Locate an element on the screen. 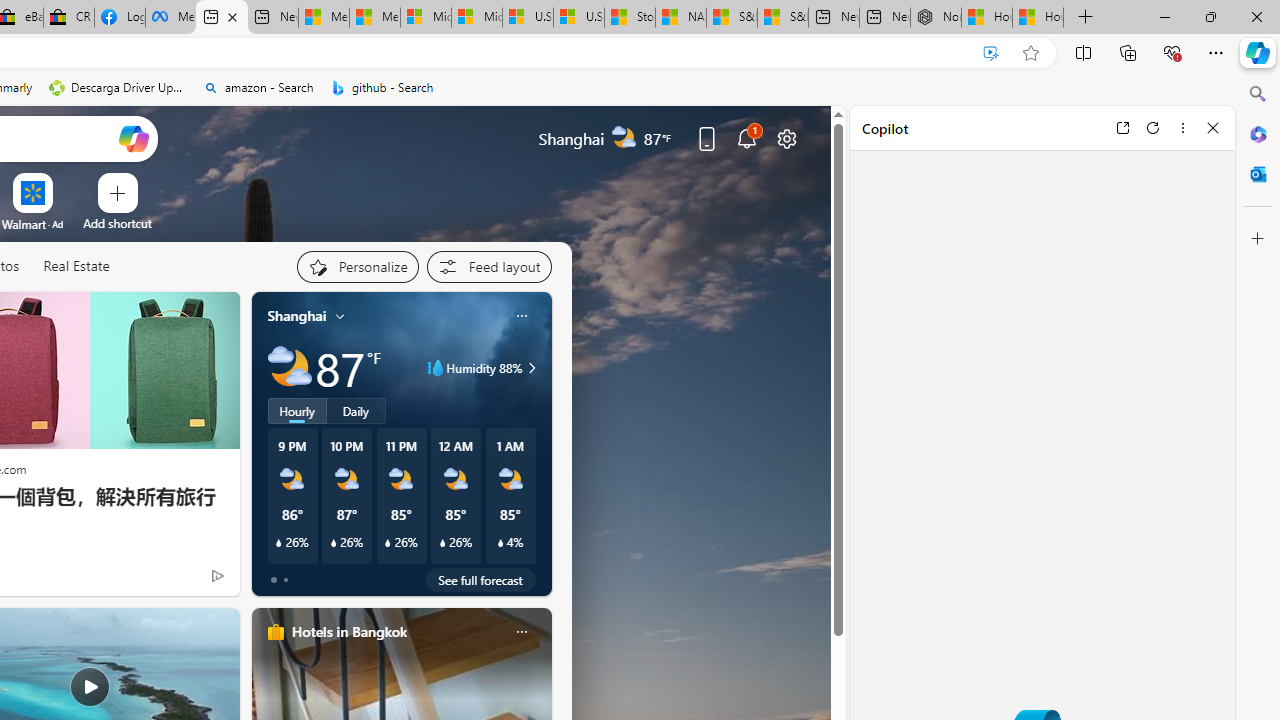  'Settings and more (Alt+F)' is located at coordinates (1215, 51).